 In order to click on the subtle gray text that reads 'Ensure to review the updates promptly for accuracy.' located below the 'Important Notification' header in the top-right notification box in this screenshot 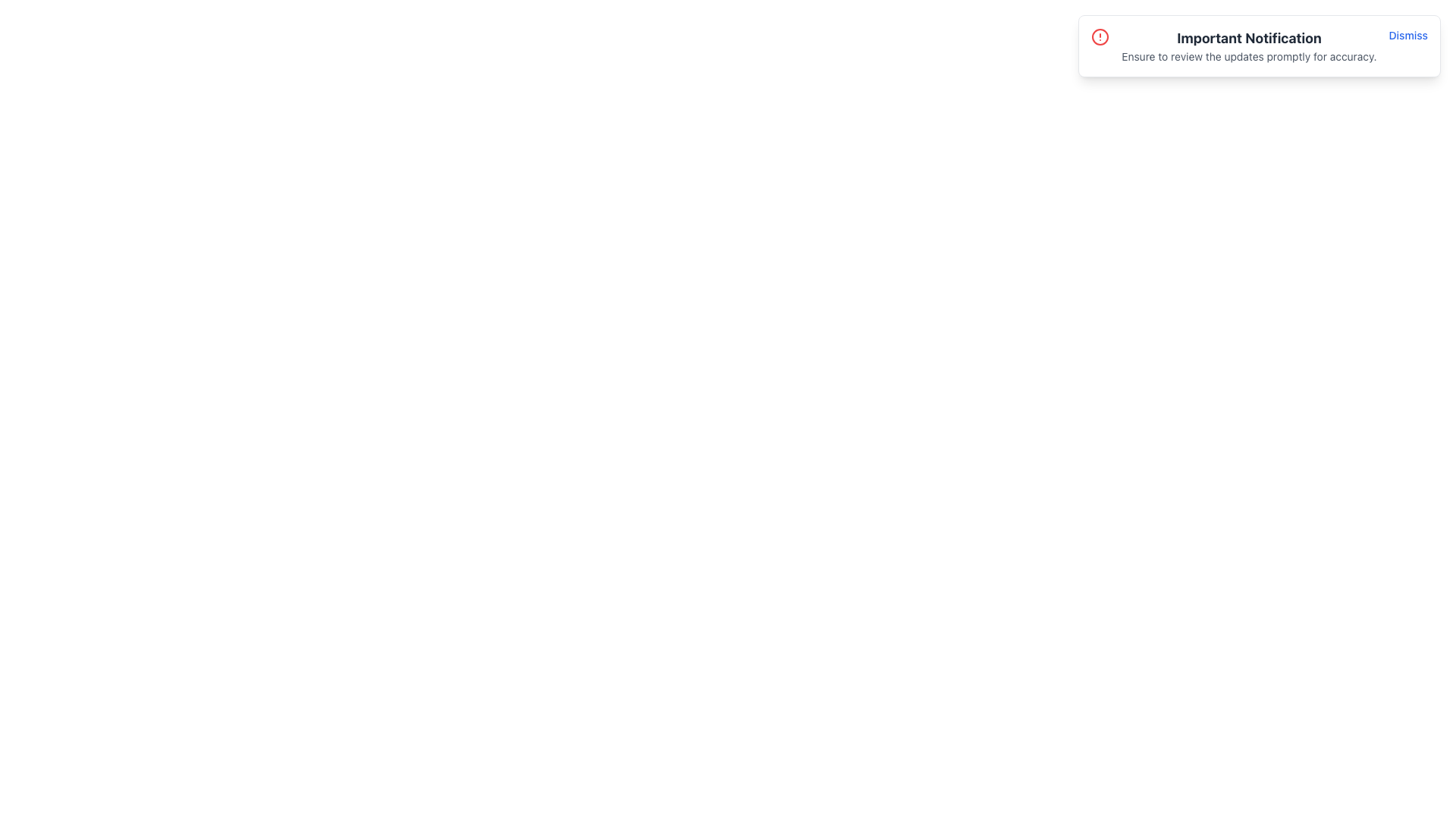, I will do `click(1249, 55)`.